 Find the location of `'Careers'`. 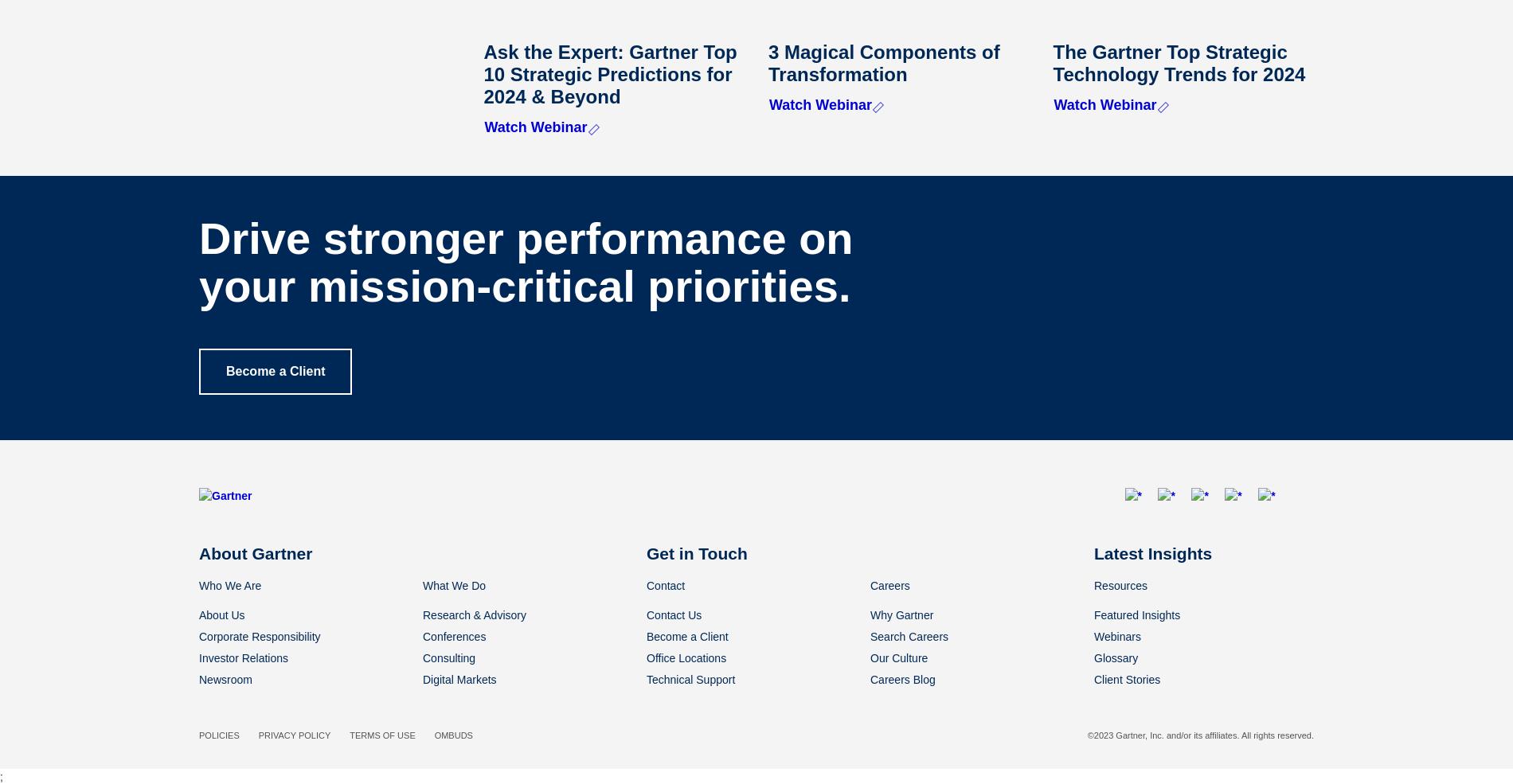

'Careers' is located at coordinates (889, 585).